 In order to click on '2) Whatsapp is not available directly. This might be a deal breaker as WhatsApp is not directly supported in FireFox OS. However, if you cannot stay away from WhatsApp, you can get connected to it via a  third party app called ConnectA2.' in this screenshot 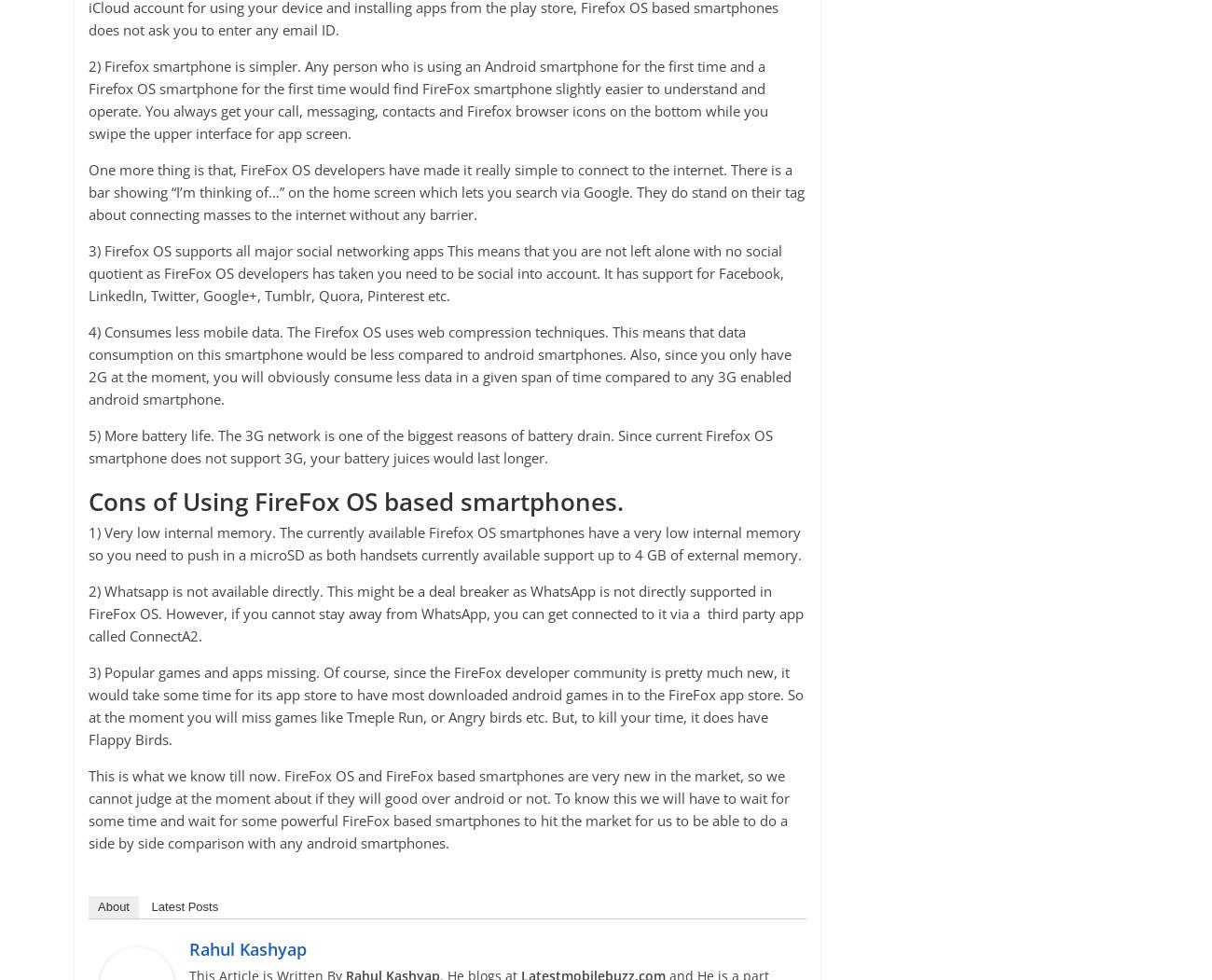, I will do `click(89, 612)`.